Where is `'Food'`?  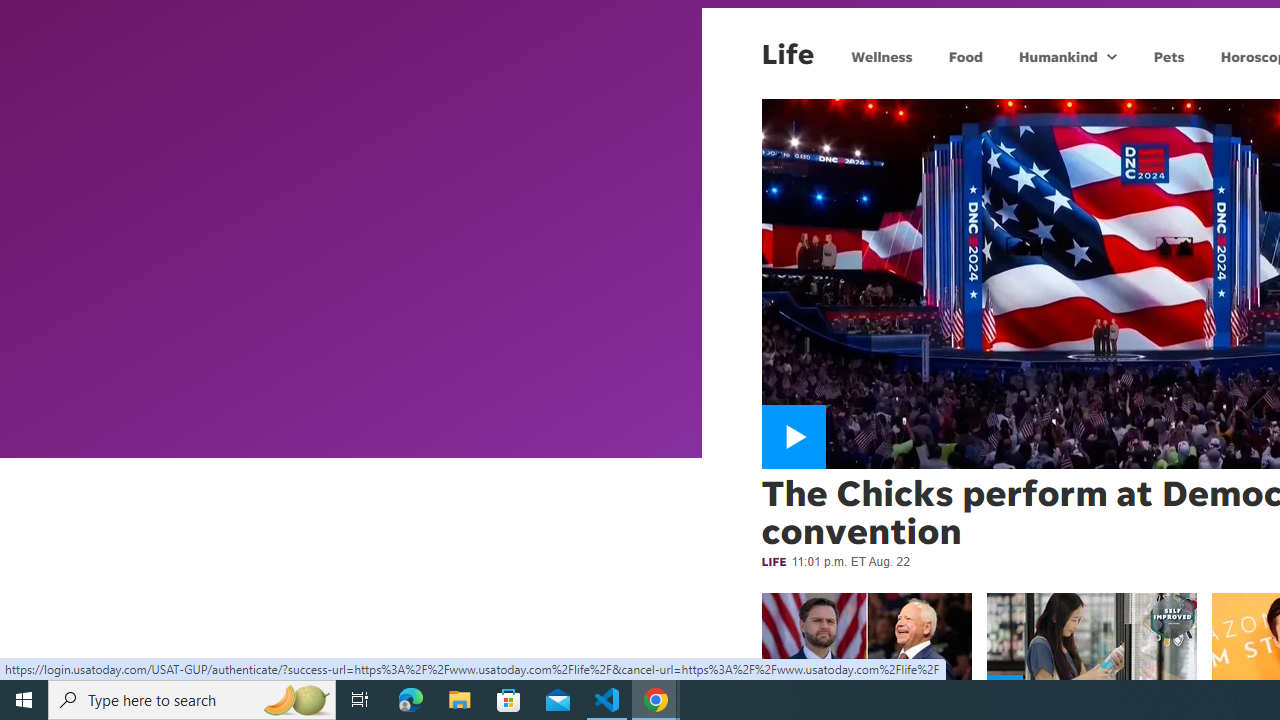
'Food' is located at coordinates (965, 55).